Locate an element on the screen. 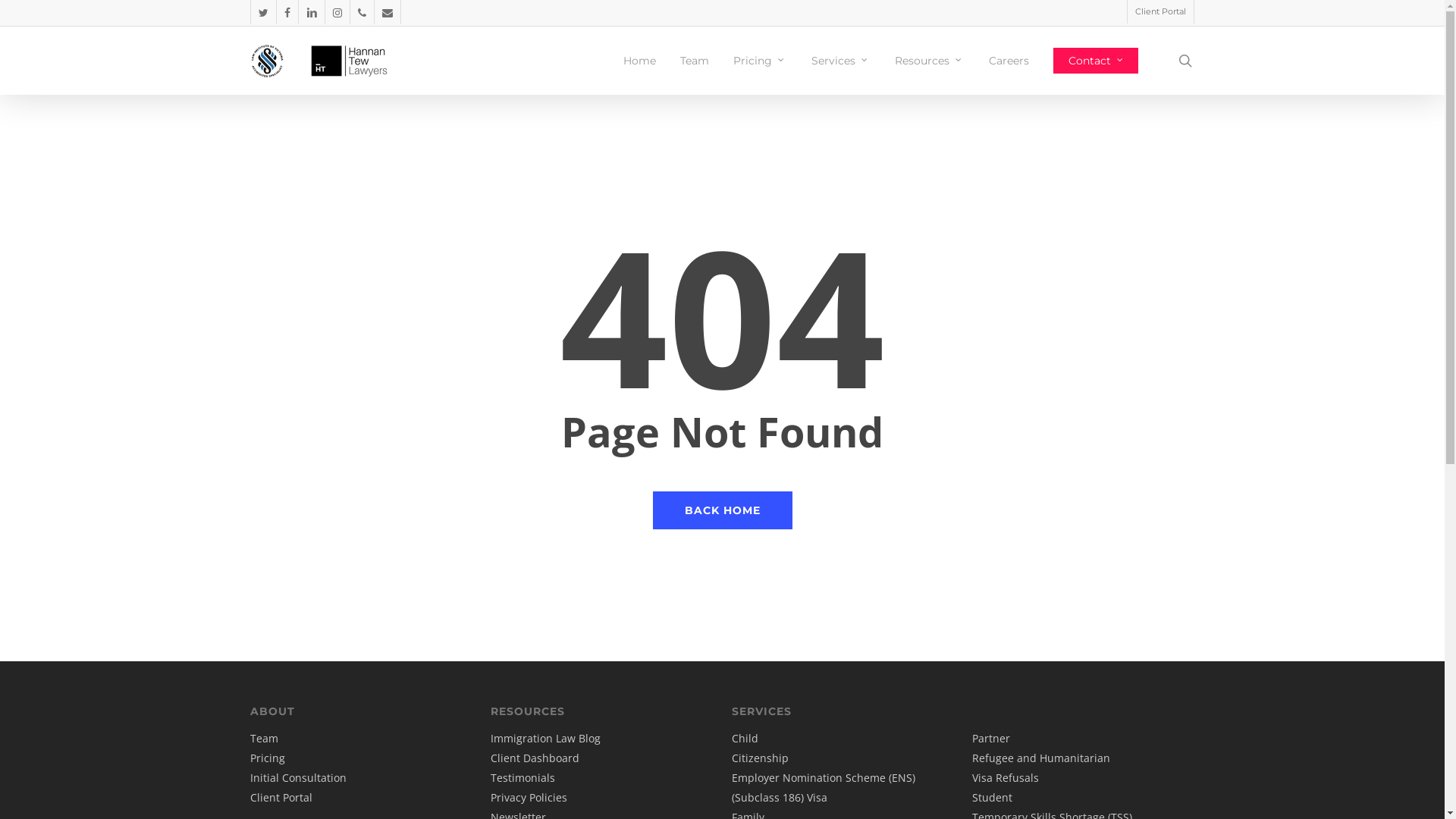 This screenshot has width=1456, height=819. 'Testimonials' is located at coordinates (522, 777).